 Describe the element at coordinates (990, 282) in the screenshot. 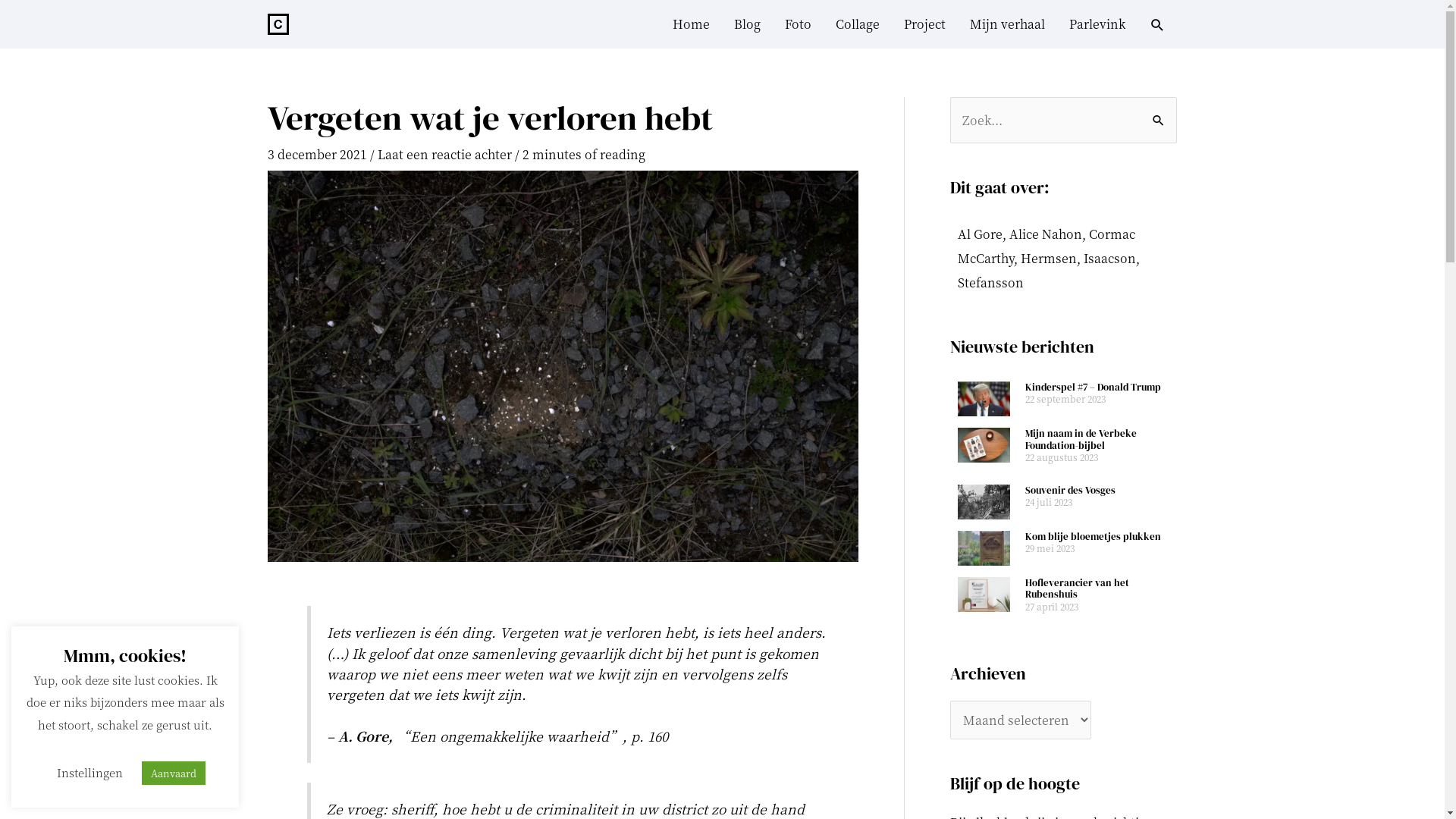

I see `'Stefansson'` at that location.